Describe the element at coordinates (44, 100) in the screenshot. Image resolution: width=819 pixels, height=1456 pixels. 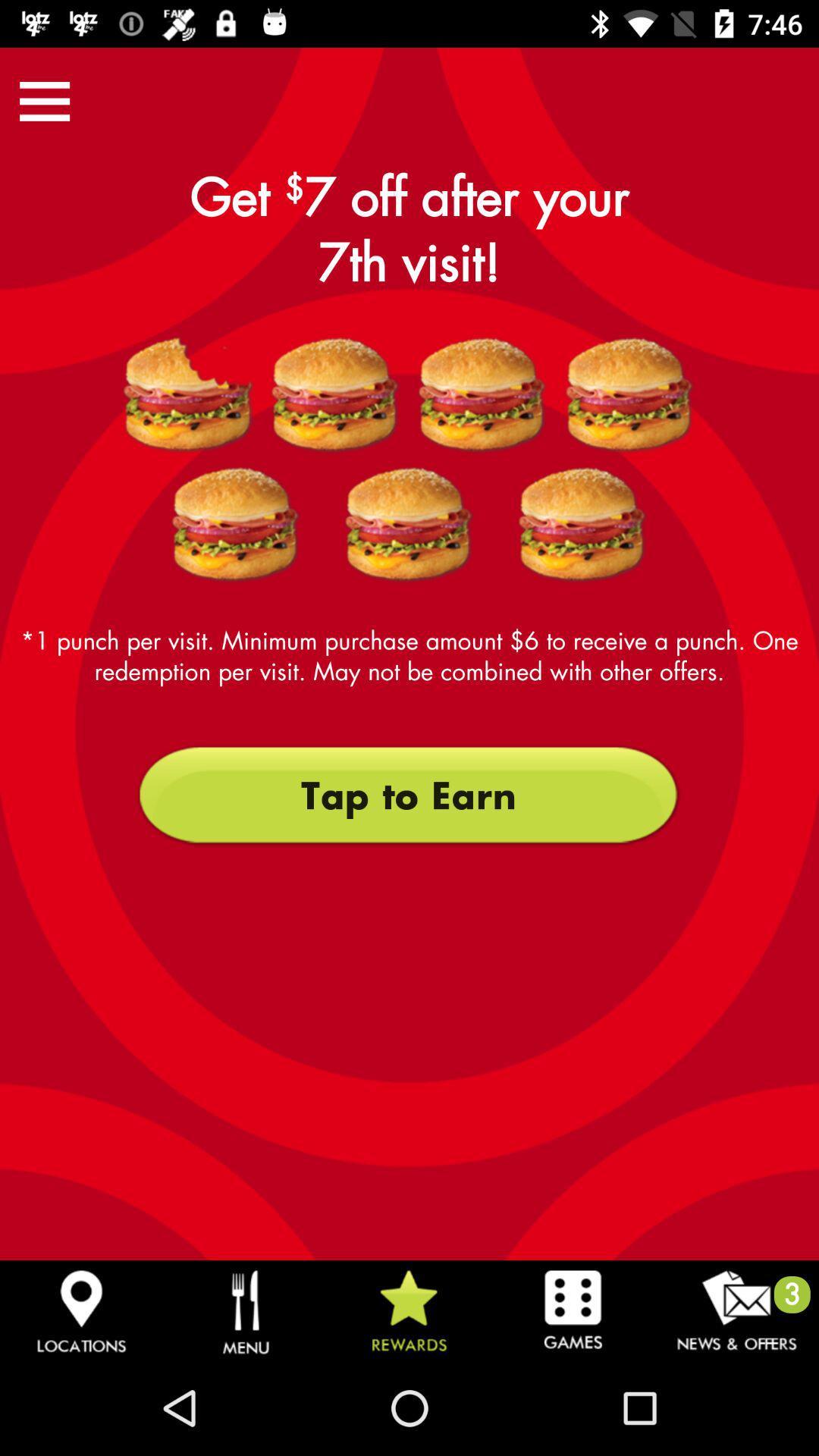
I see `menu` at that location.